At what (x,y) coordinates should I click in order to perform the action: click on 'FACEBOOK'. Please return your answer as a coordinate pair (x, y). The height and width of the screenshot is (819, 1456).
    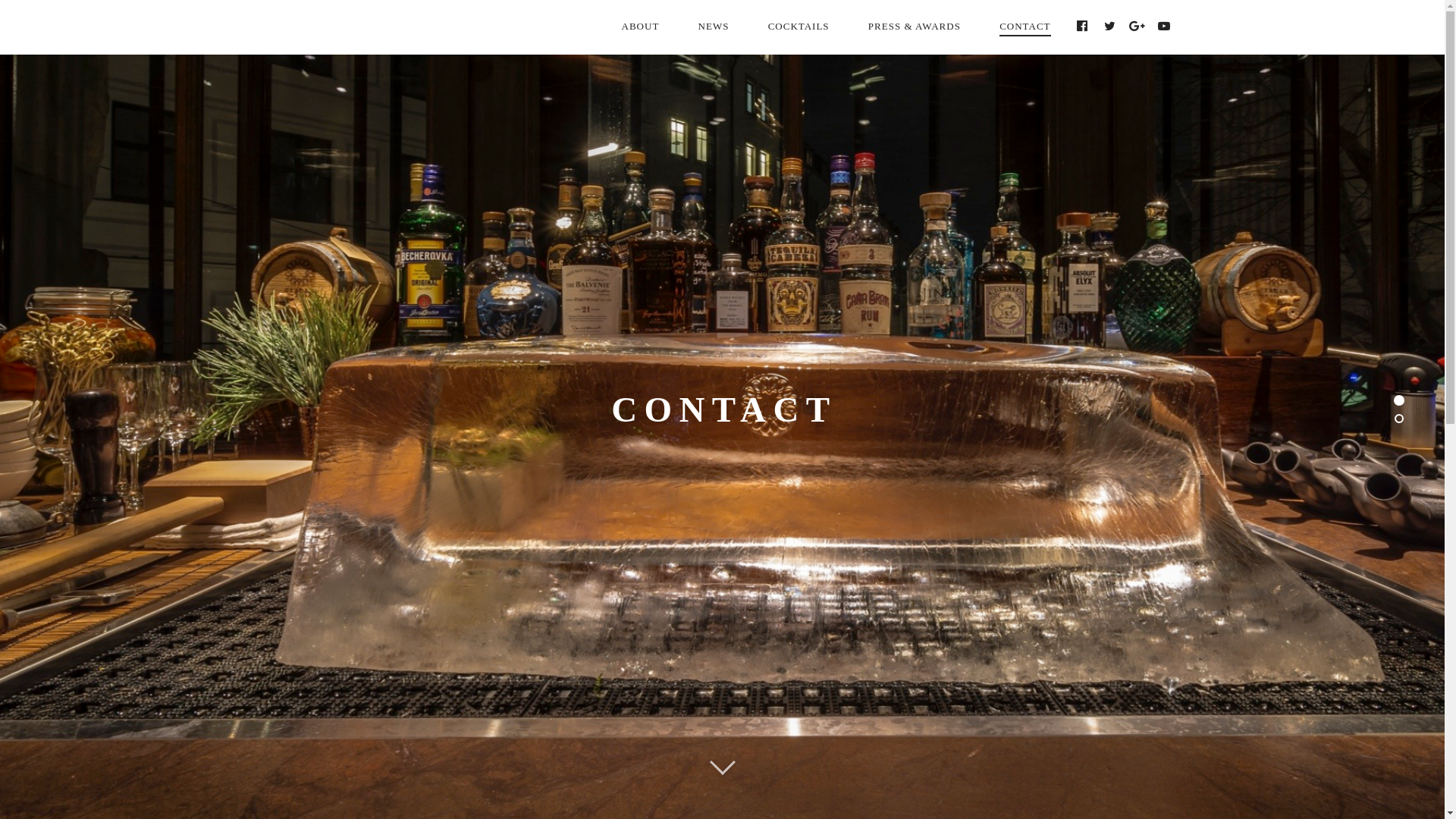
    Looking at the image, I should click on (1082, 26).